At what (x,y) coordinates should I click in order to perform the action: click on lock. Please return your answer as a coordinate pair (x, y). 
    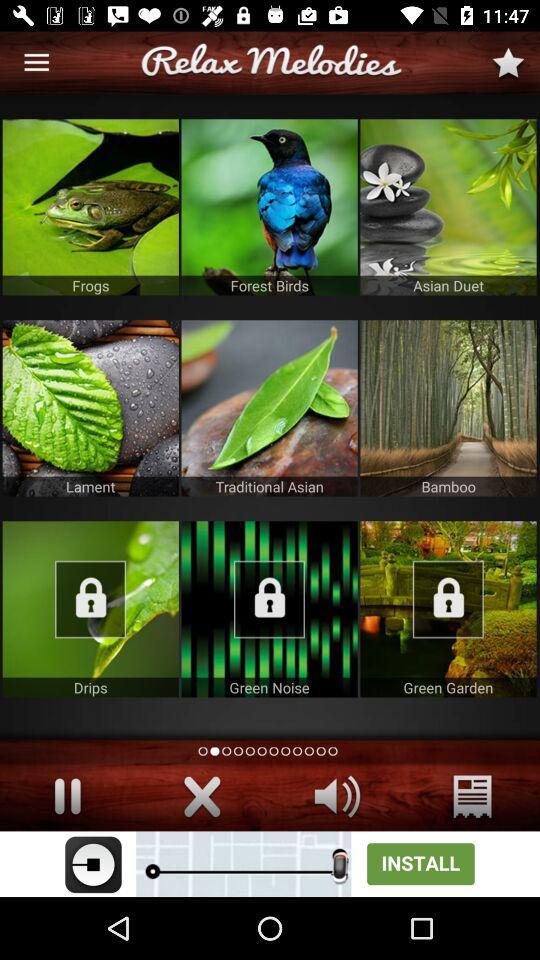
    Looking at the image, I should click on (448, 608).